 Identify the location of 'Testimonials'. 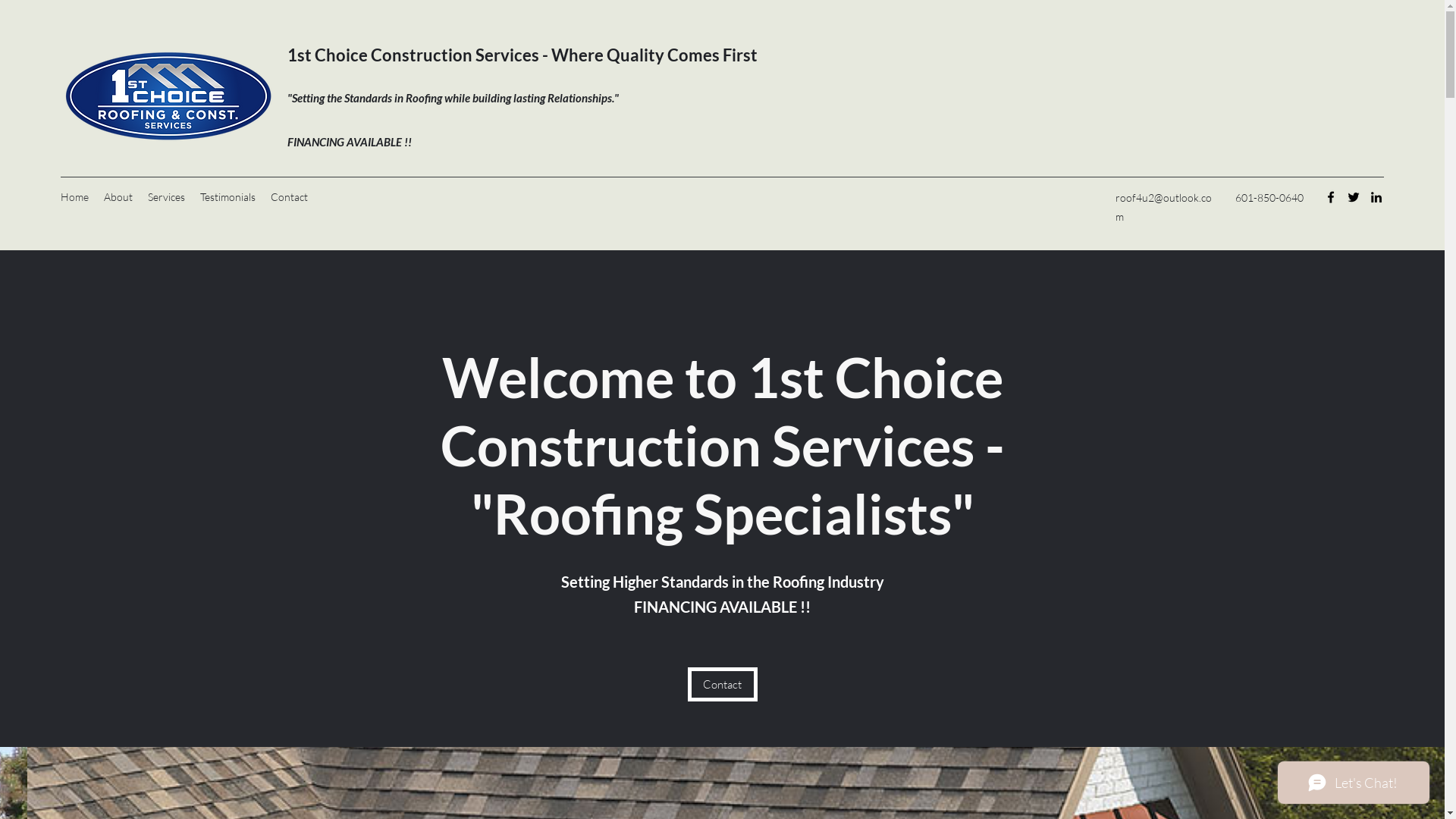
(227, 196).